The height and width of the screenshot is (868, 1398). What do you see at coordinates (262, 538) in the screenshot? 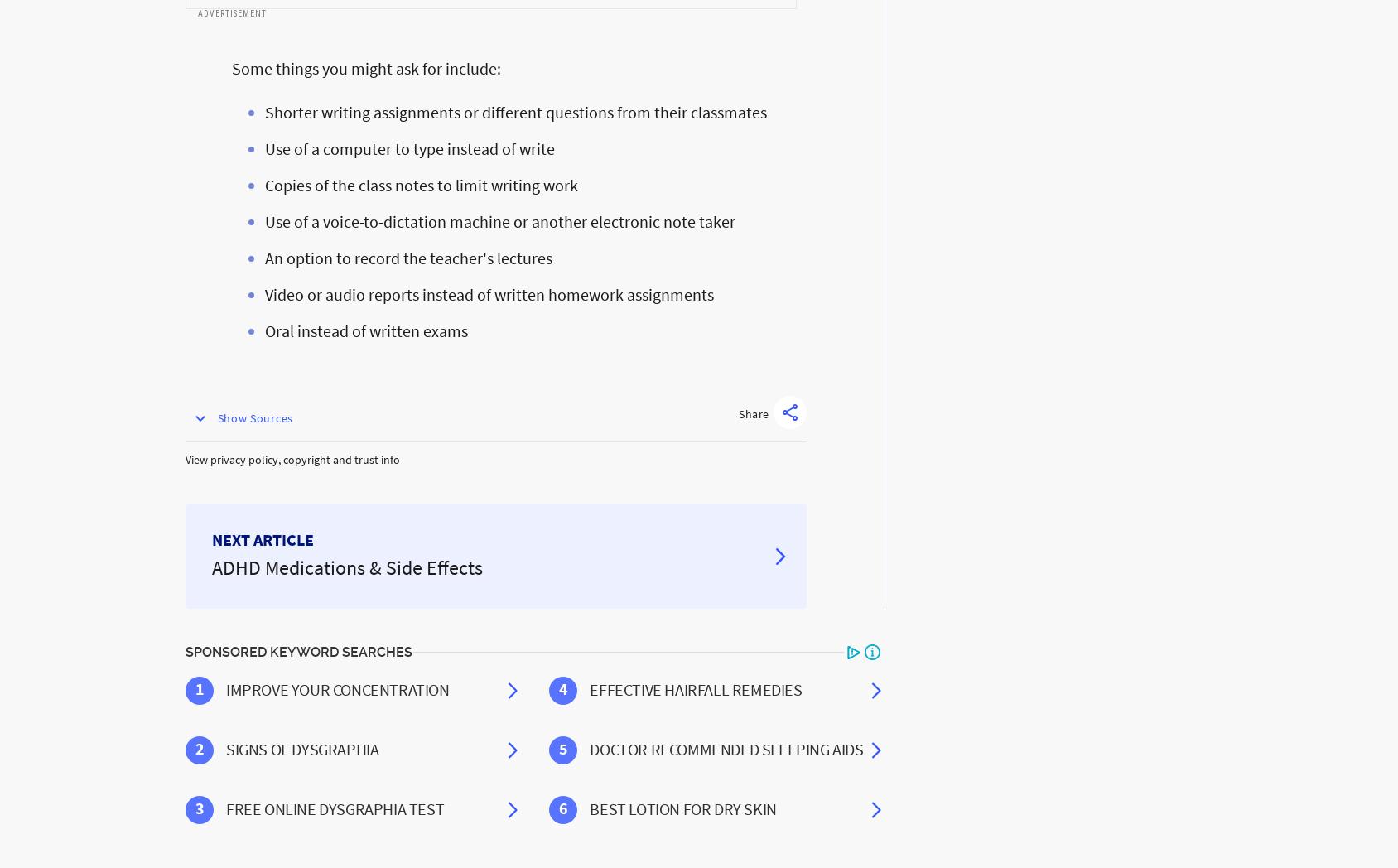
I see `'Next Article'` at bounding box center [262, 538].